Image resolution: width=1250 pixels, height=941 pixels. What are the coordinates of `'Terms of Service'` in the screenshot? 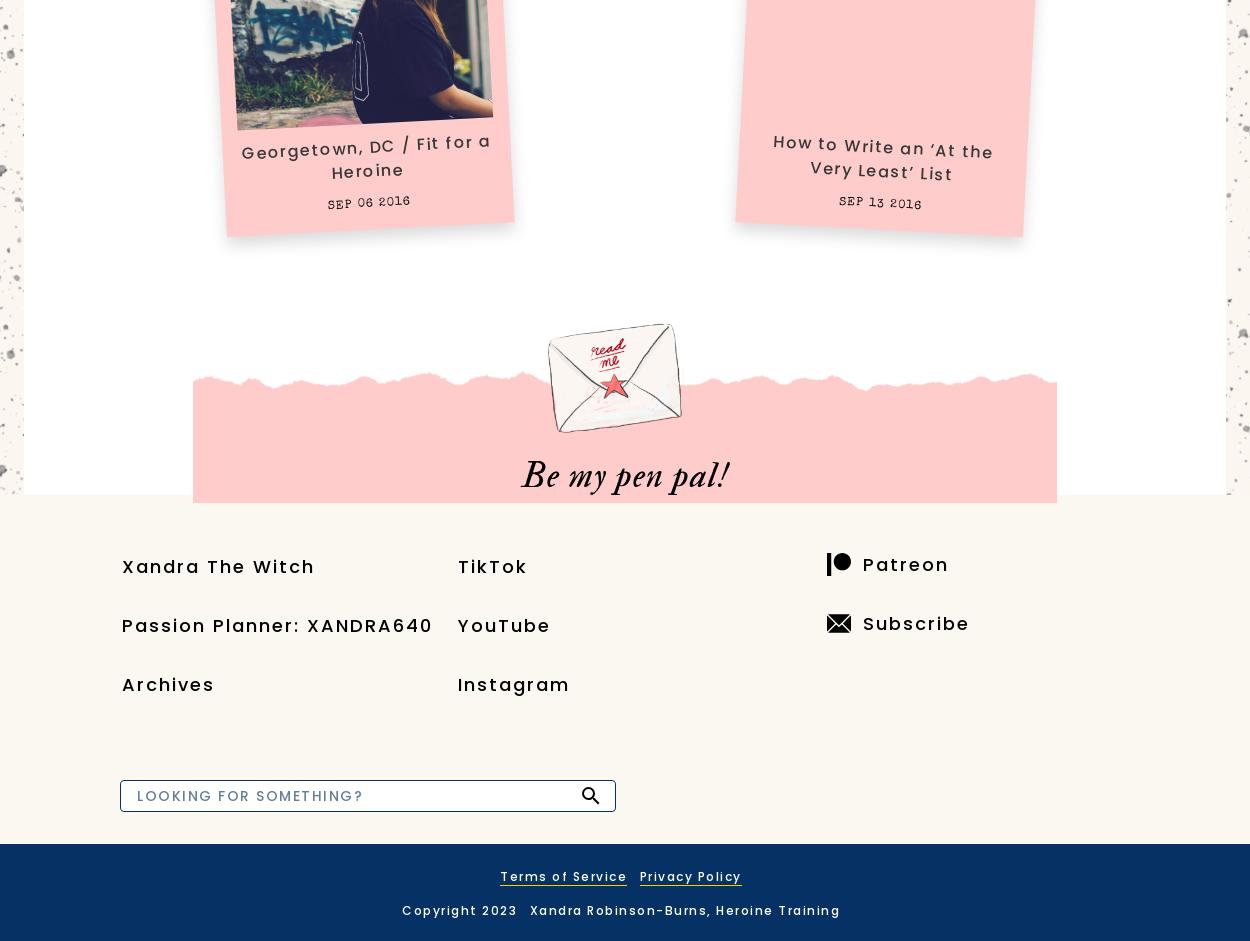 It's located at (500, 876).